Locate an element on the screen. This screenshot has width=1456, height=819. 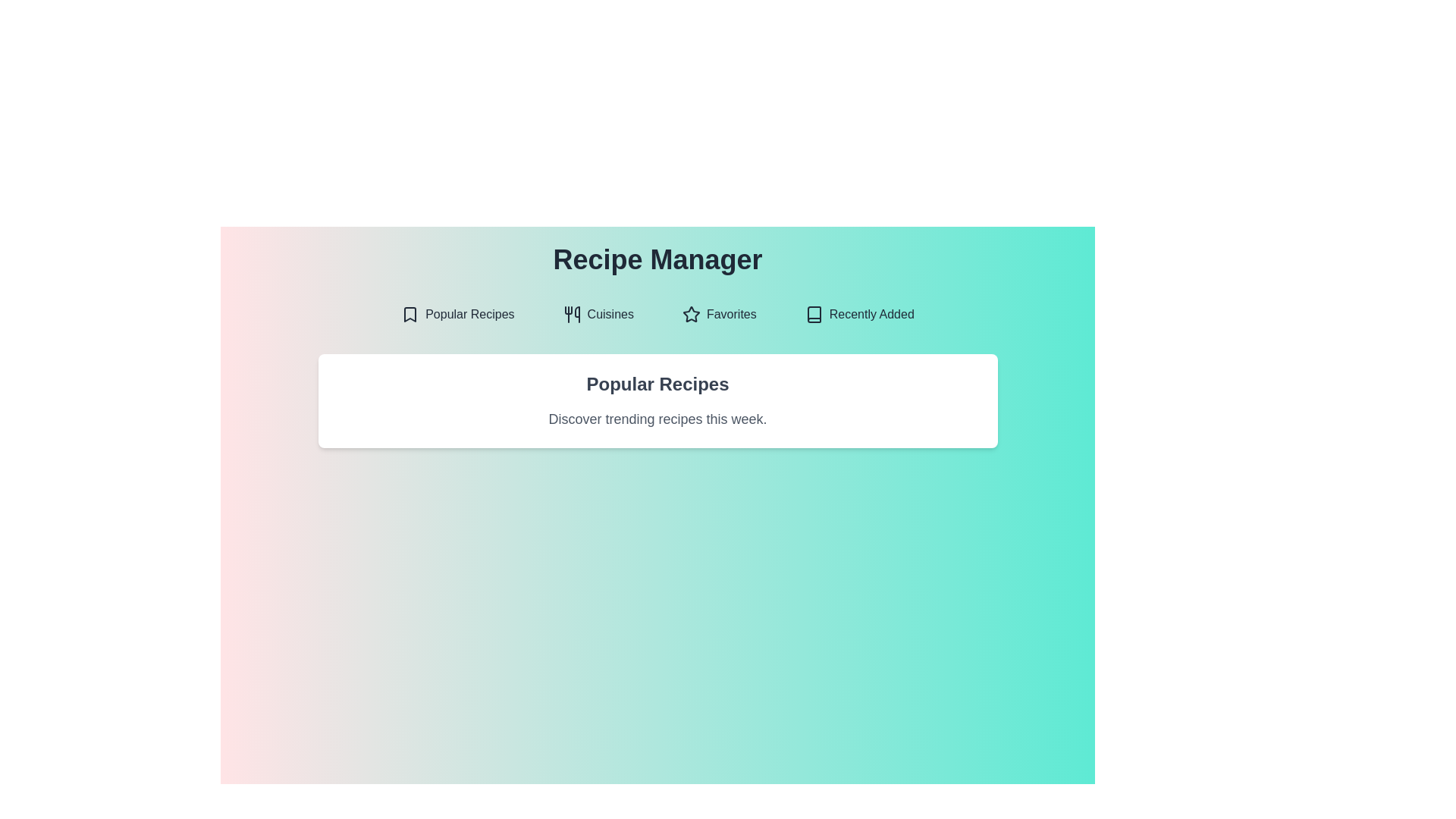
the Popular Recipes tab is located at coordinates (457, 314).